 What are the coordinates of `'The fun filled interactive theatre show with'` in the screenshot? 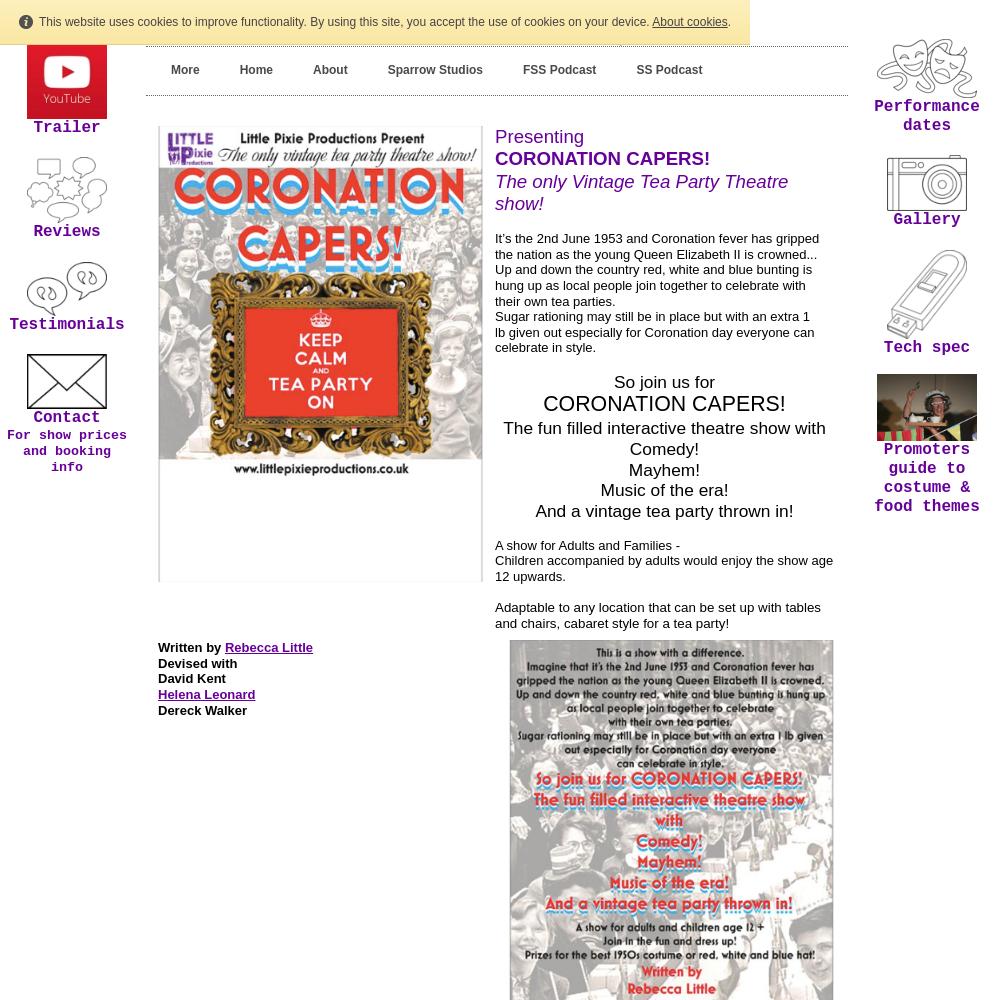 It's located at (663, 427).